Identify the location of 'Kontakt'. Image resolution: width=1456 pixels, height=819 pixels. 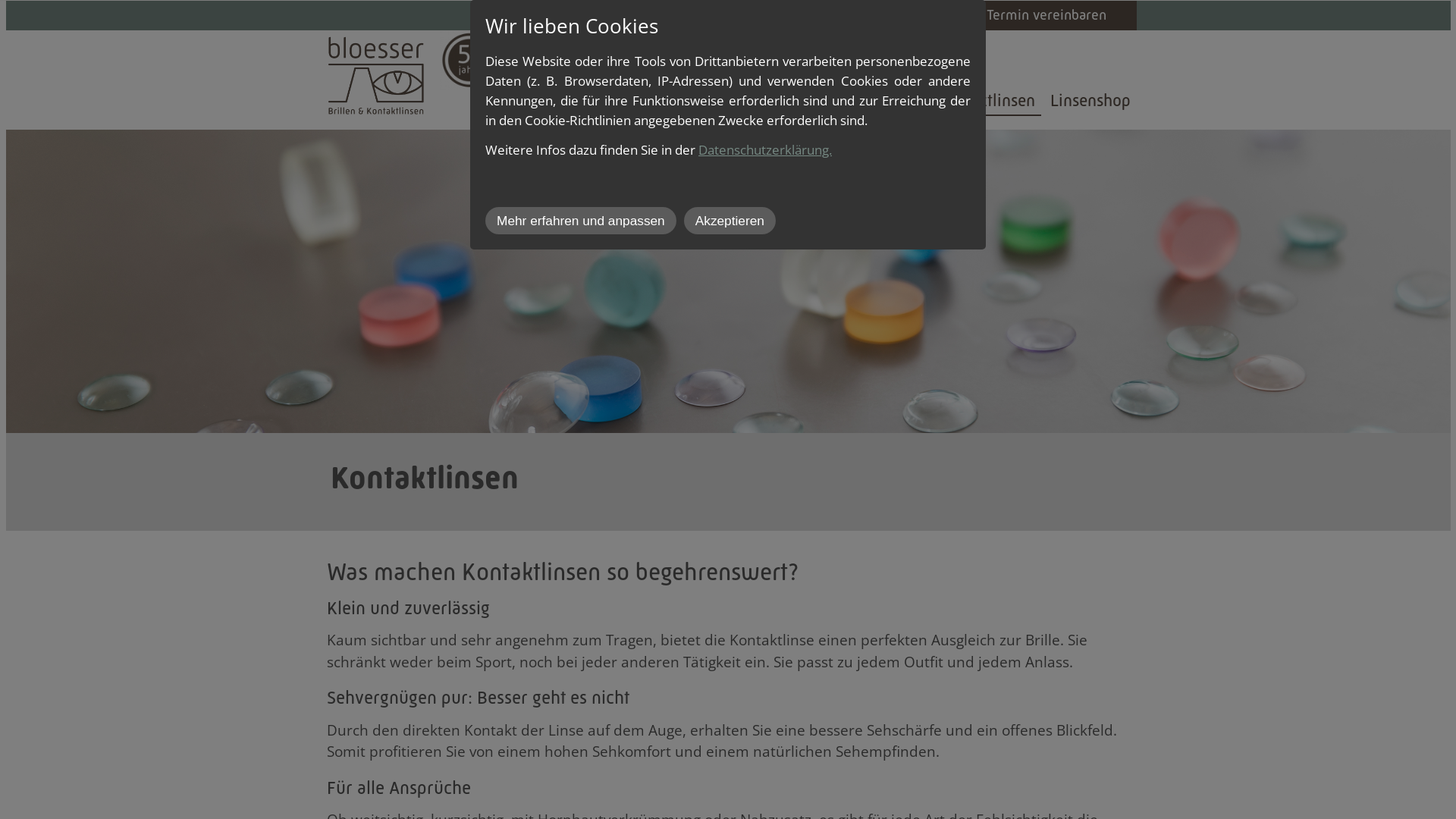
(901, 14).